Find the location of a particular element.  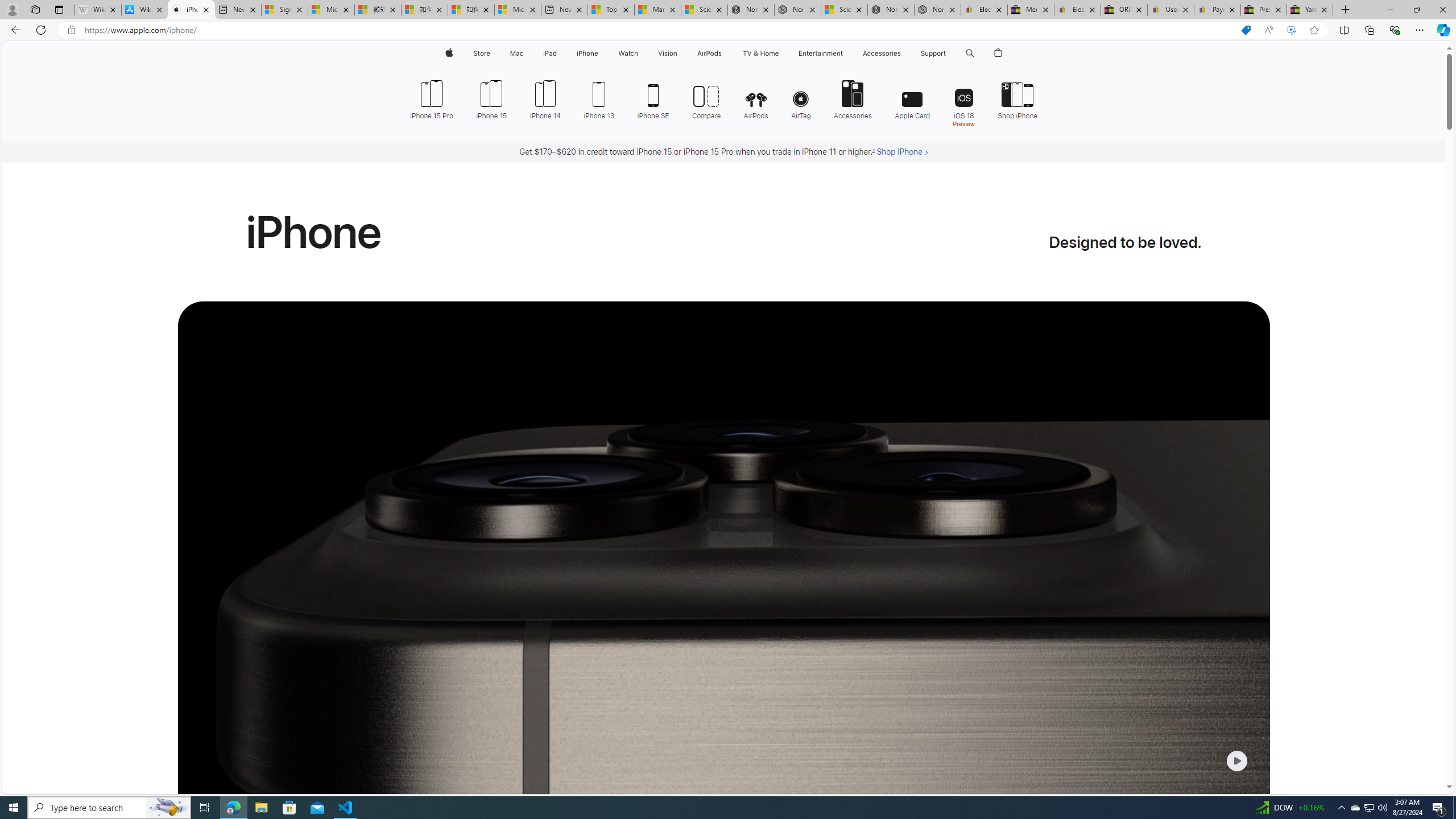

'Apple Card' is located at coordinates (913, 98).